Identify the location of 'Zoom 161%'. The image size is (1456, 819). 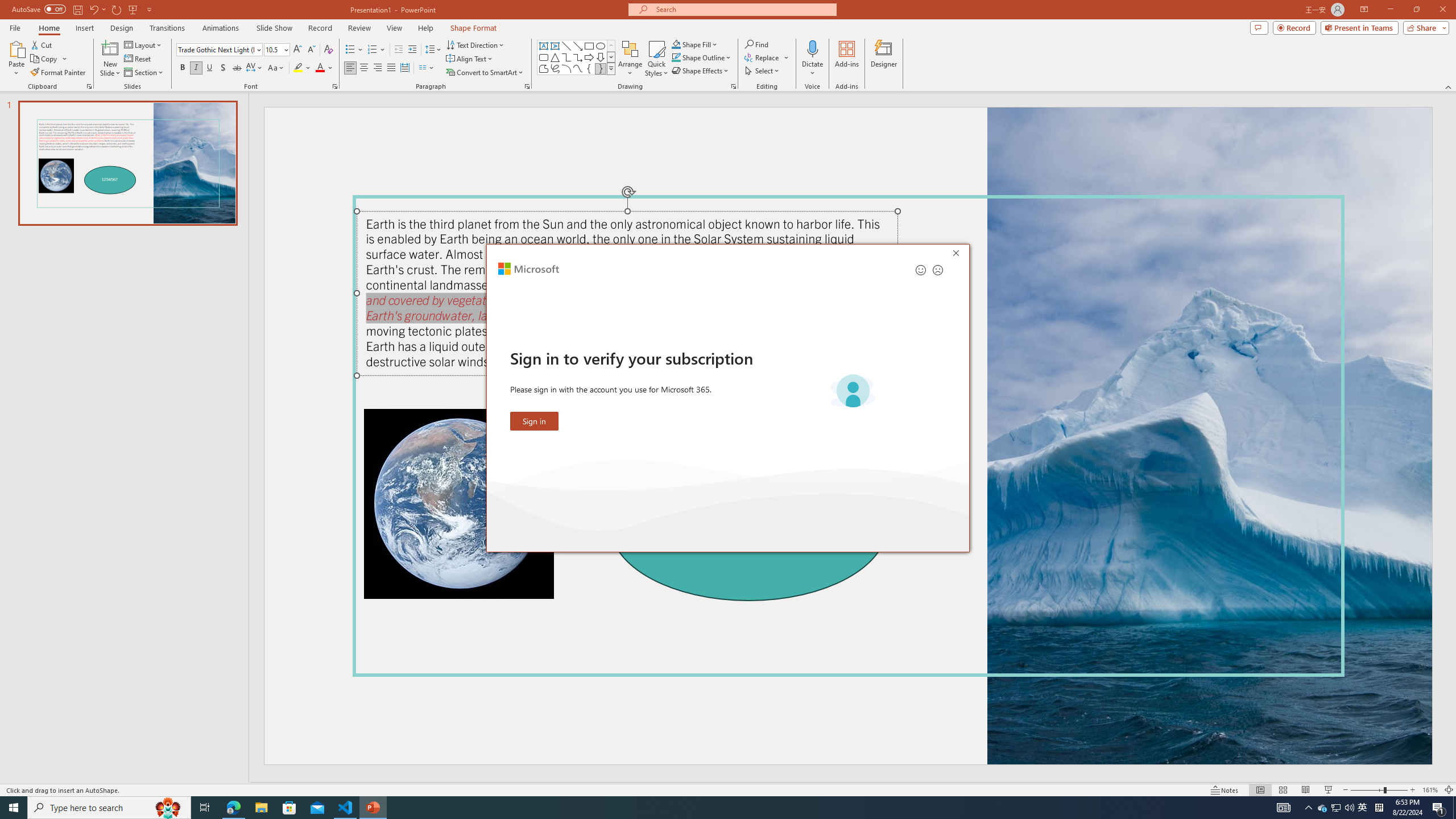
(1430, 790).